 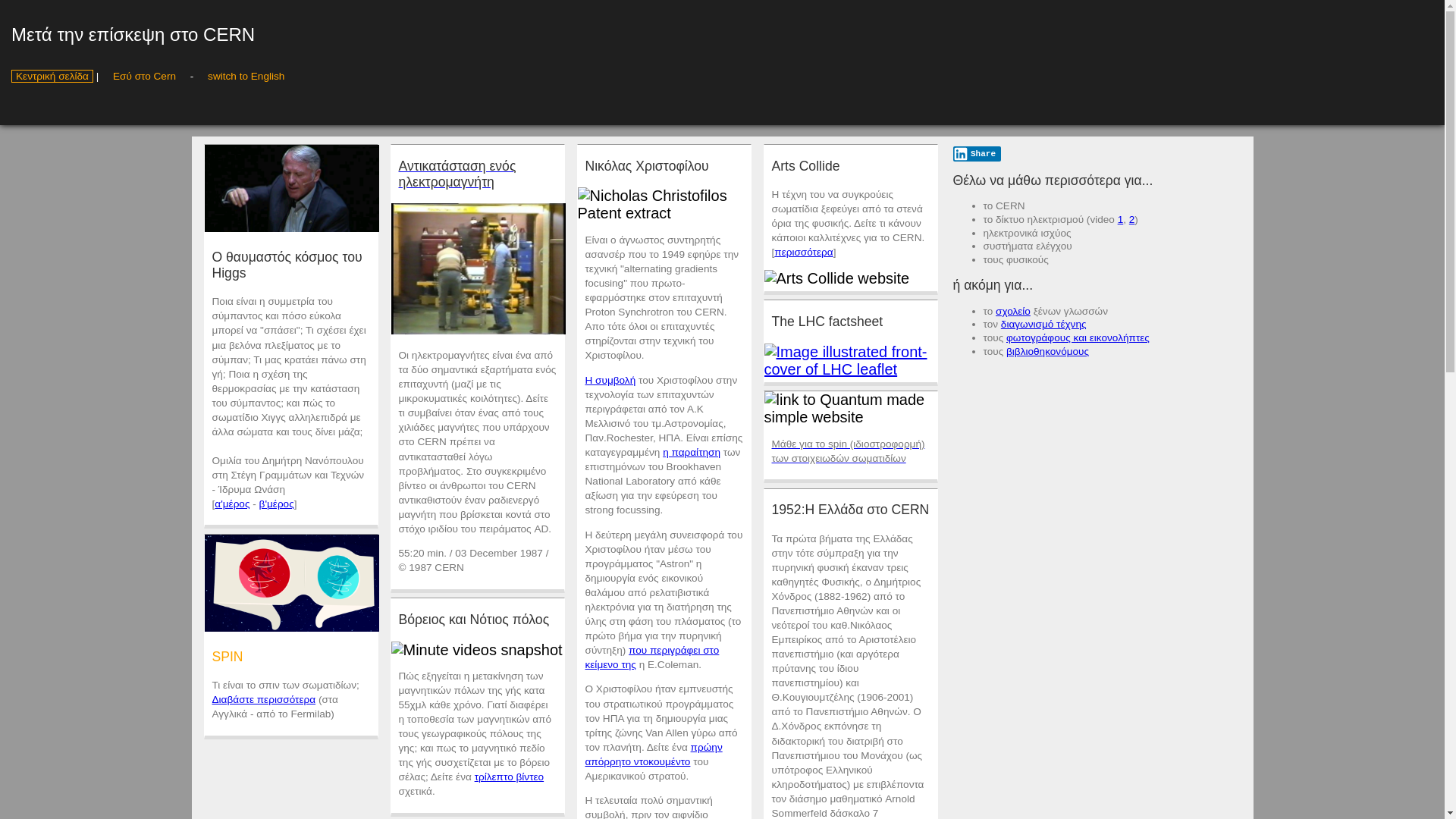 What do you see at coordinates (976, 154) in the screenshot?
I see `'Share'` at bounding box center [976, 154].